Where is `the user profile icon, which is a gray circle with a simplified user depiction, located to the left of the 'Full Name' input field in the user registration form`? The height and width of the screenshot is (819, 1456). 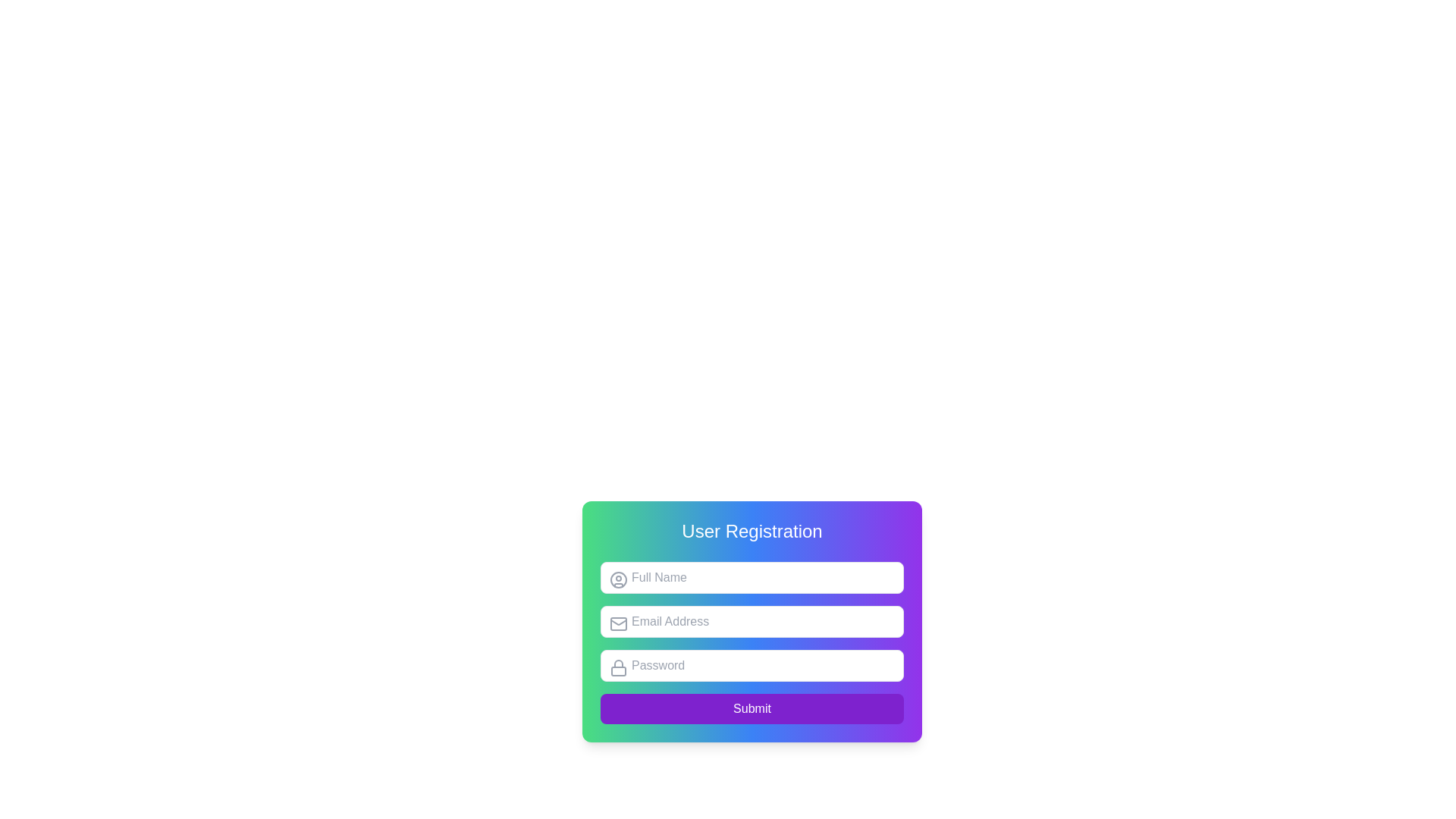 the user profile icon, which is a gray circle with a simplified user depiction, located to the left of the 'Full Name' input field in the user registration form is located at coordinates (619, 579).